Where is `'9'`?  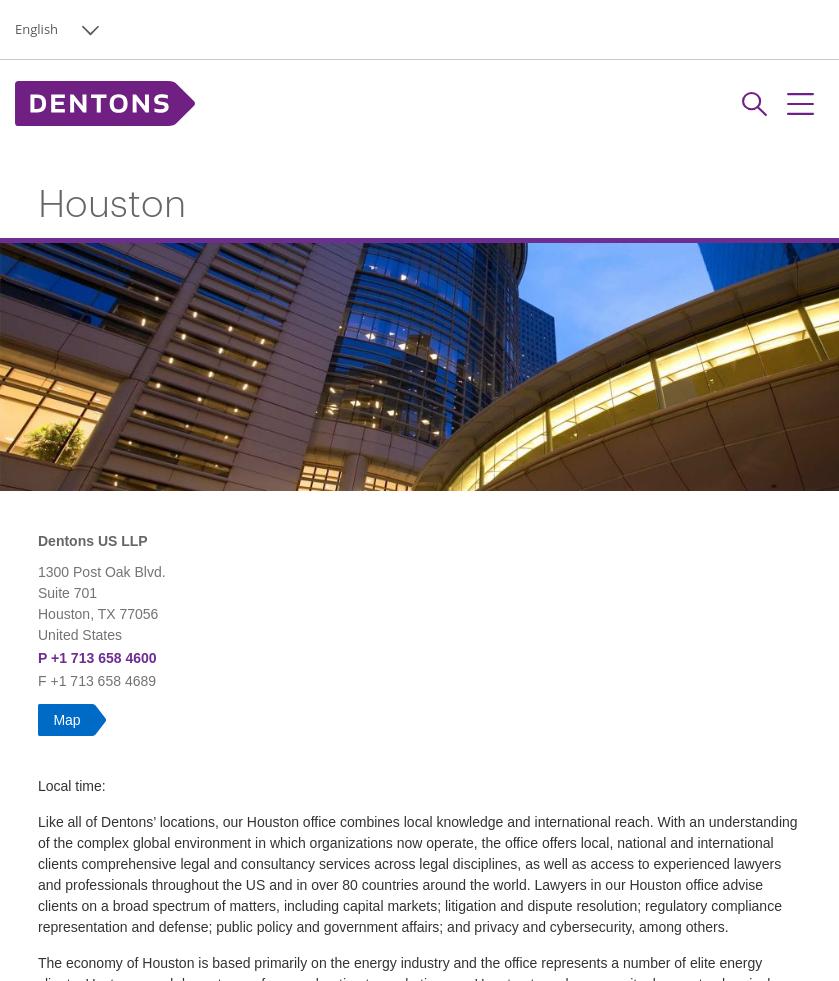 '9' is located at coordinates (152, 680).